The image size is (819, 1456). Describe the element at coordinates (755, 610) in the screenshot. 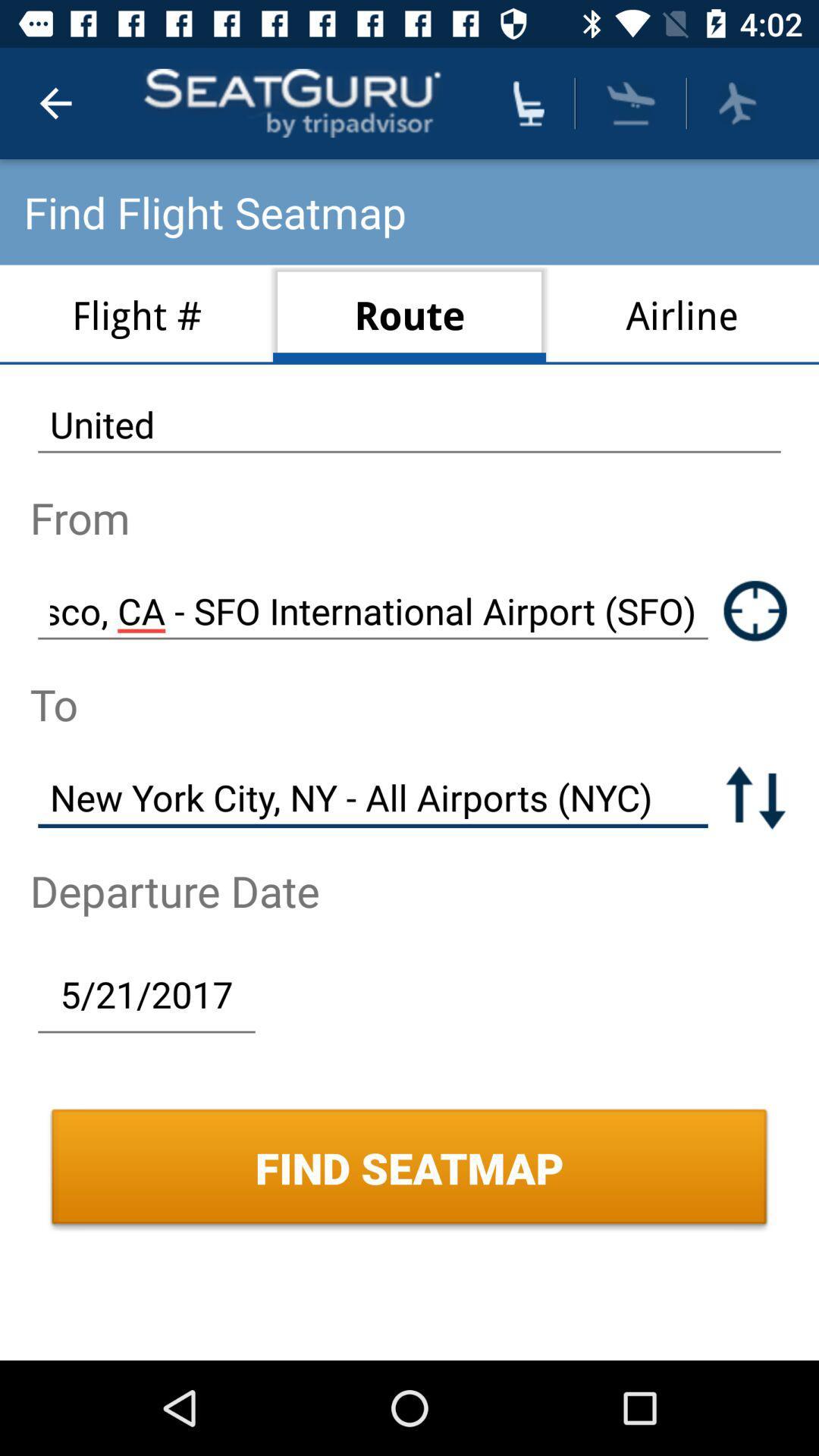

I see `share location` at that location.